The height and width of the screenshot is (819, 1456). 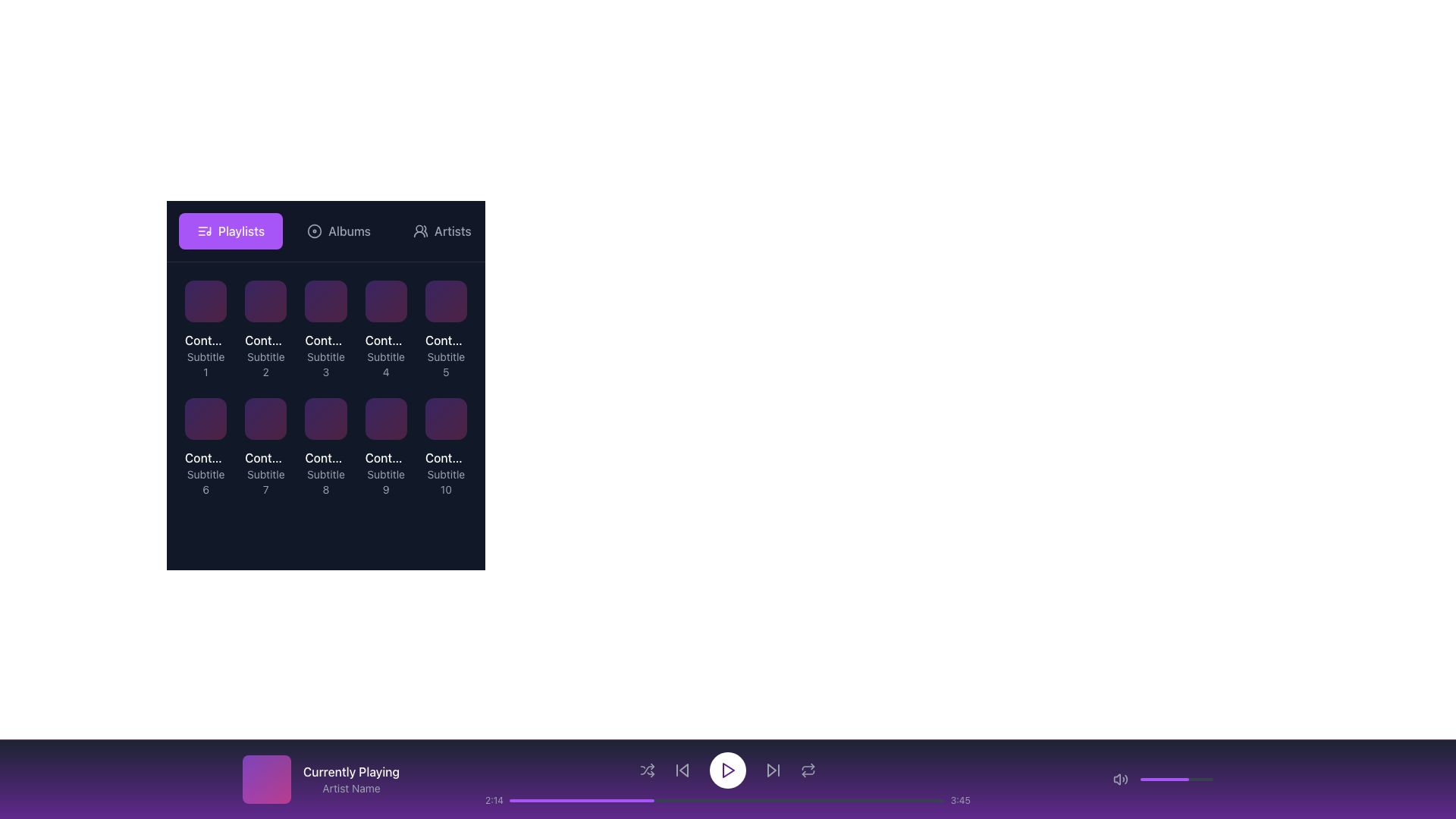 What do you see at coordinates (265, 447) in the screenshot?
I see `the card titled 'Content Title 7' located` at bounding box center [265, 447].